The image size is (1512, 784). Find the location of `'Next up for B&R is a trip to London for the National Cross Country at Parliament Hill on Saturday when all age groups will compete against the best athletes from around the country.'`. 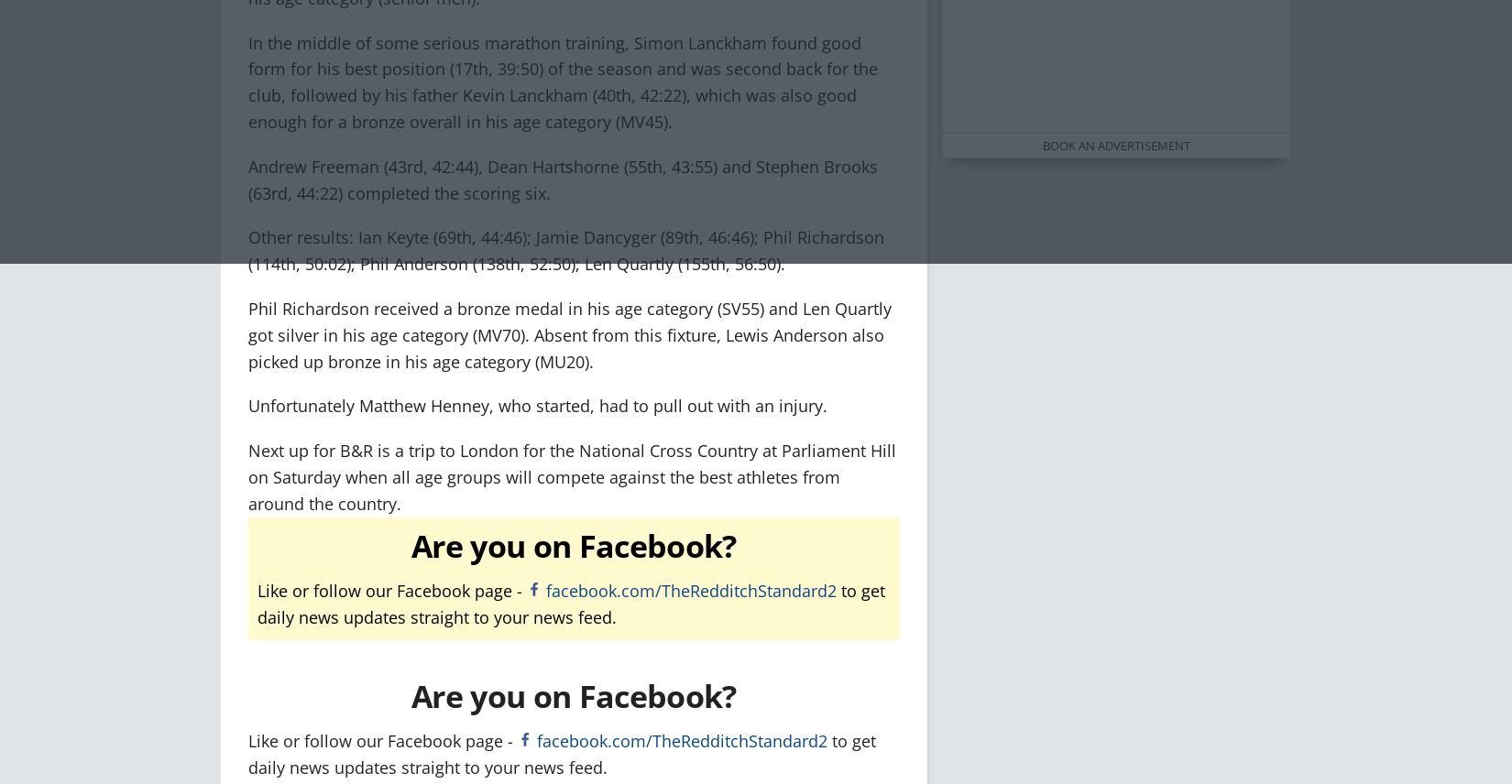

'Next up for B&R is a trip to London for the National Cross Country at Parliament Hill on Saturday when all age groups will compete against the best athletes from around the country.' is located at coordinates (571, 476).